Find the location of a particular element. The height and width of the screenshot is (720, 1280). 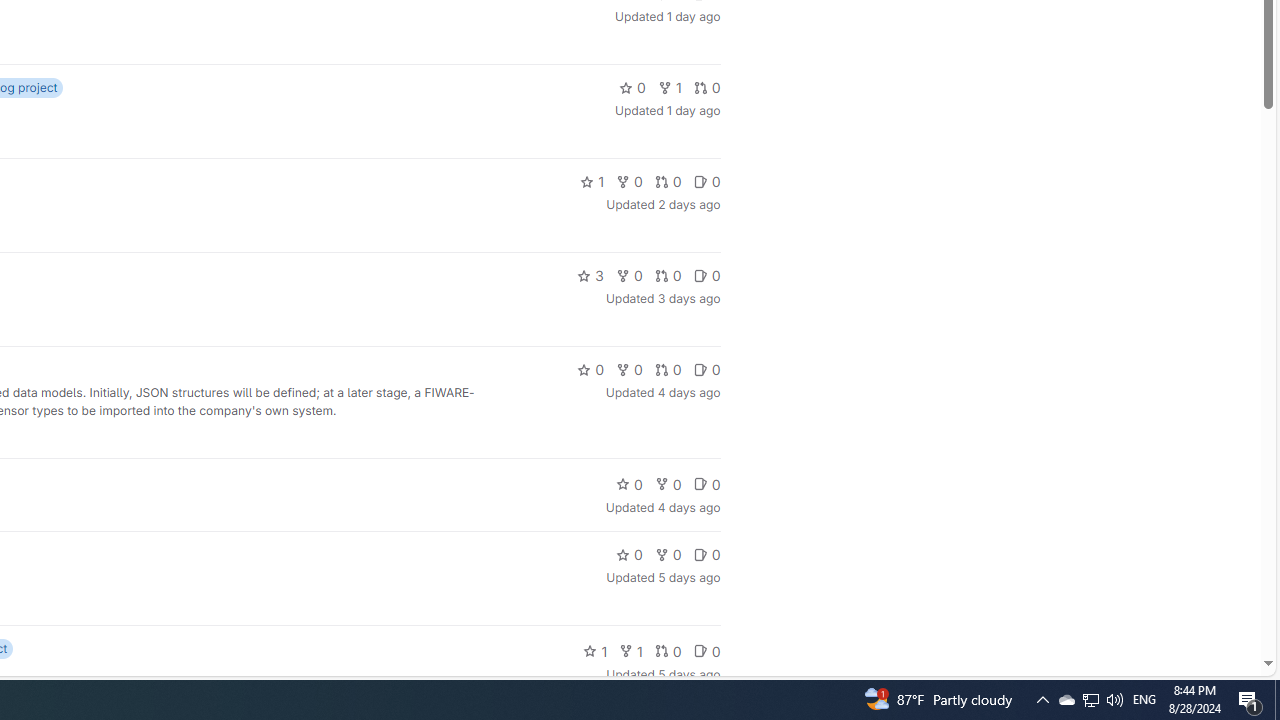

'3' is located at coordinates (589, 276).